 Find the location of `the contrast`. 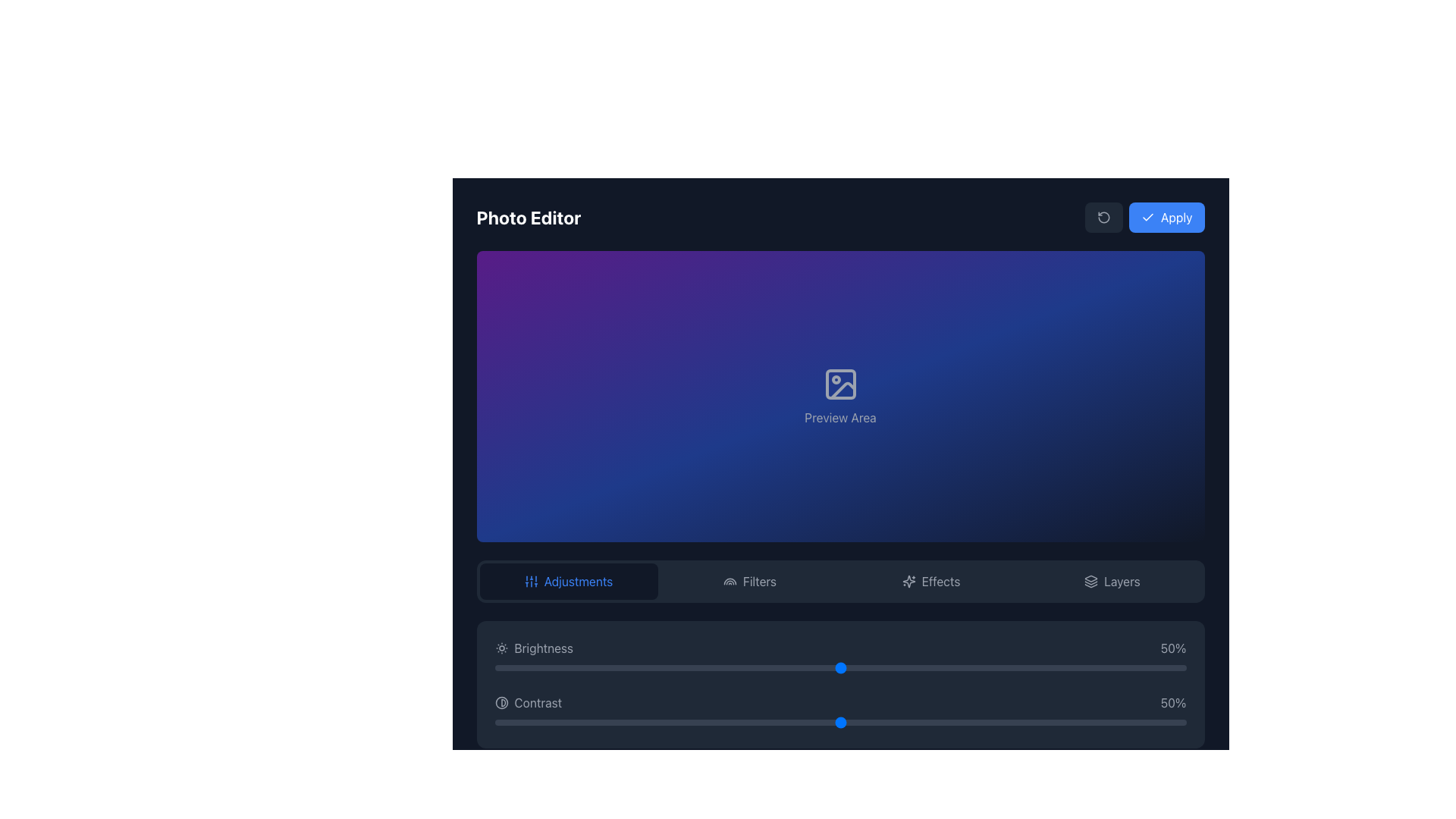

the contrast is located at coordinates (986, 721).